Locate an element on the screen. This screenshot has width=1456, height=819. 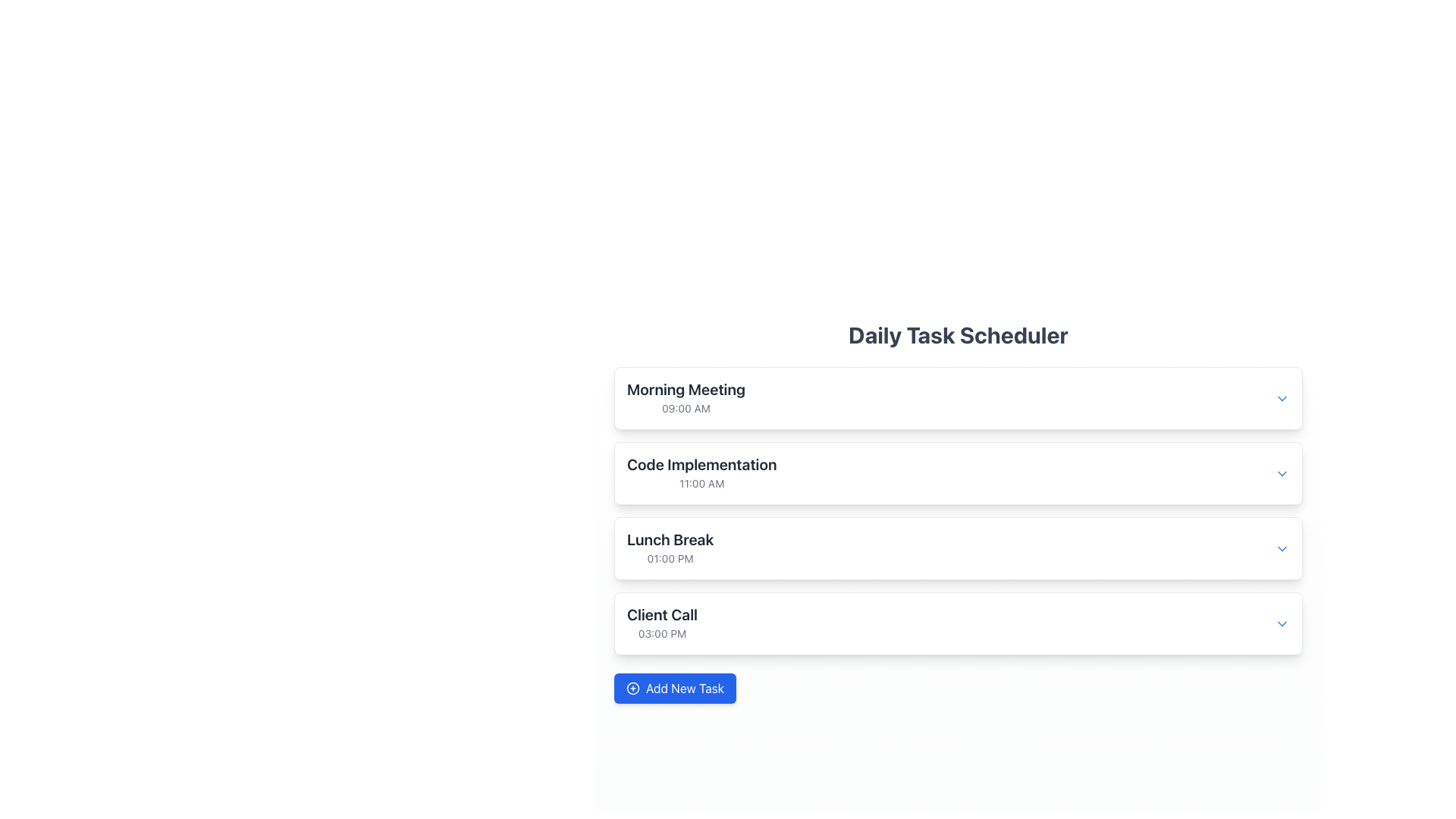
the circular icon with a plus sign inside, located to the left of the 'Add New Task' button at the bottom of the interface is located at coordinates (633, 688).